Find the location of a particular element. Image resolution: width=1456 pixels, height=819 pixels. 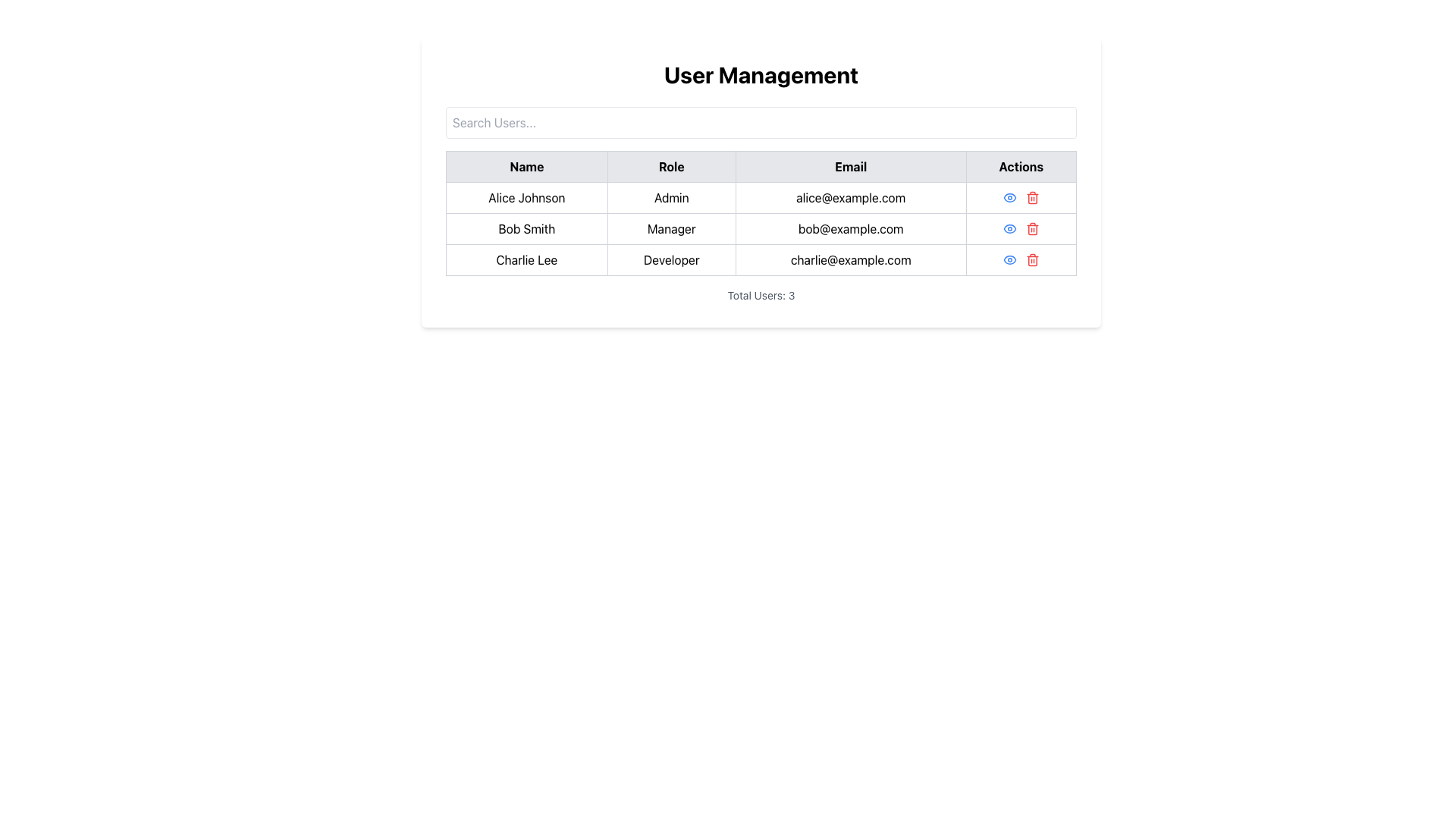

the text label that displays the role designation for the associated individual, located in the second row and second column of the data table under the 'Role' column, next to 'Bob Smith' and 'bob@example.com' is located at coordinates (670, 228).